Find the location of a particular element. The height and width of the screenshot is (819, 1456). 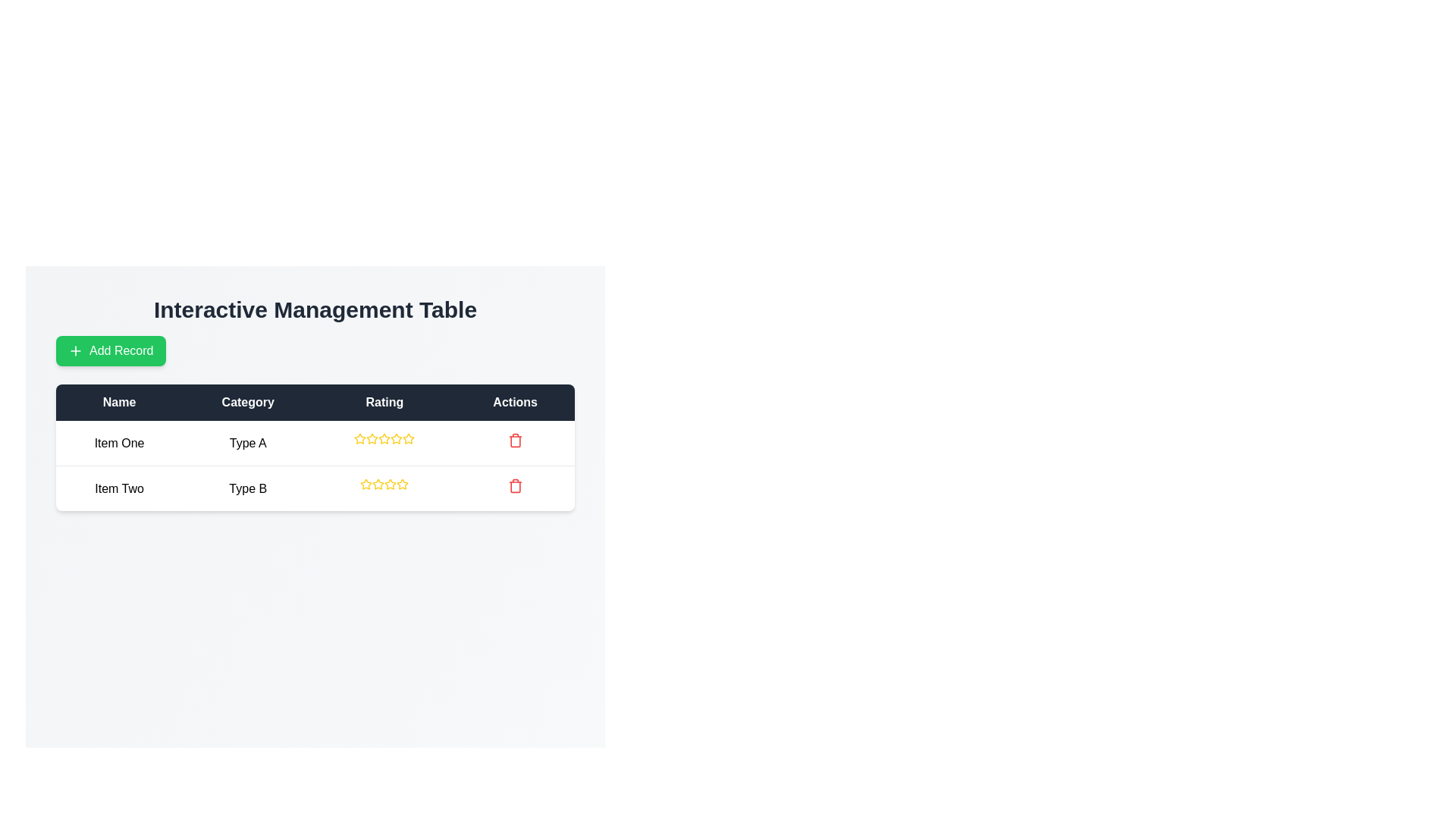

the yellow star icon with a hollow center in the 'Rating' column of the 'Interactive Management Table' adjacent to 'Item One' is located at coordinates (372, 438).